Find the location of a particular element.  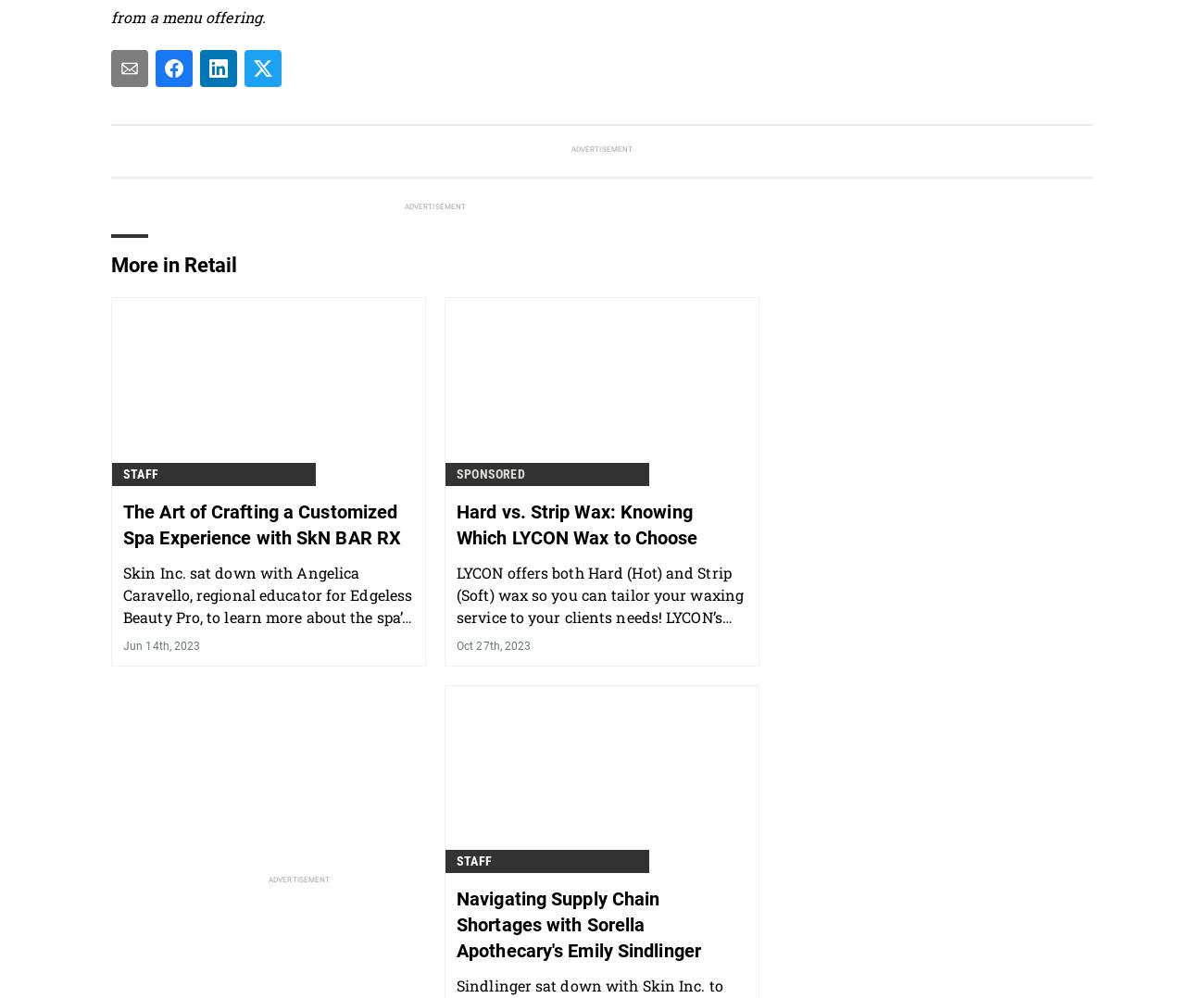

'Jun 14th, 2023' is located at coordinates (161, 644).